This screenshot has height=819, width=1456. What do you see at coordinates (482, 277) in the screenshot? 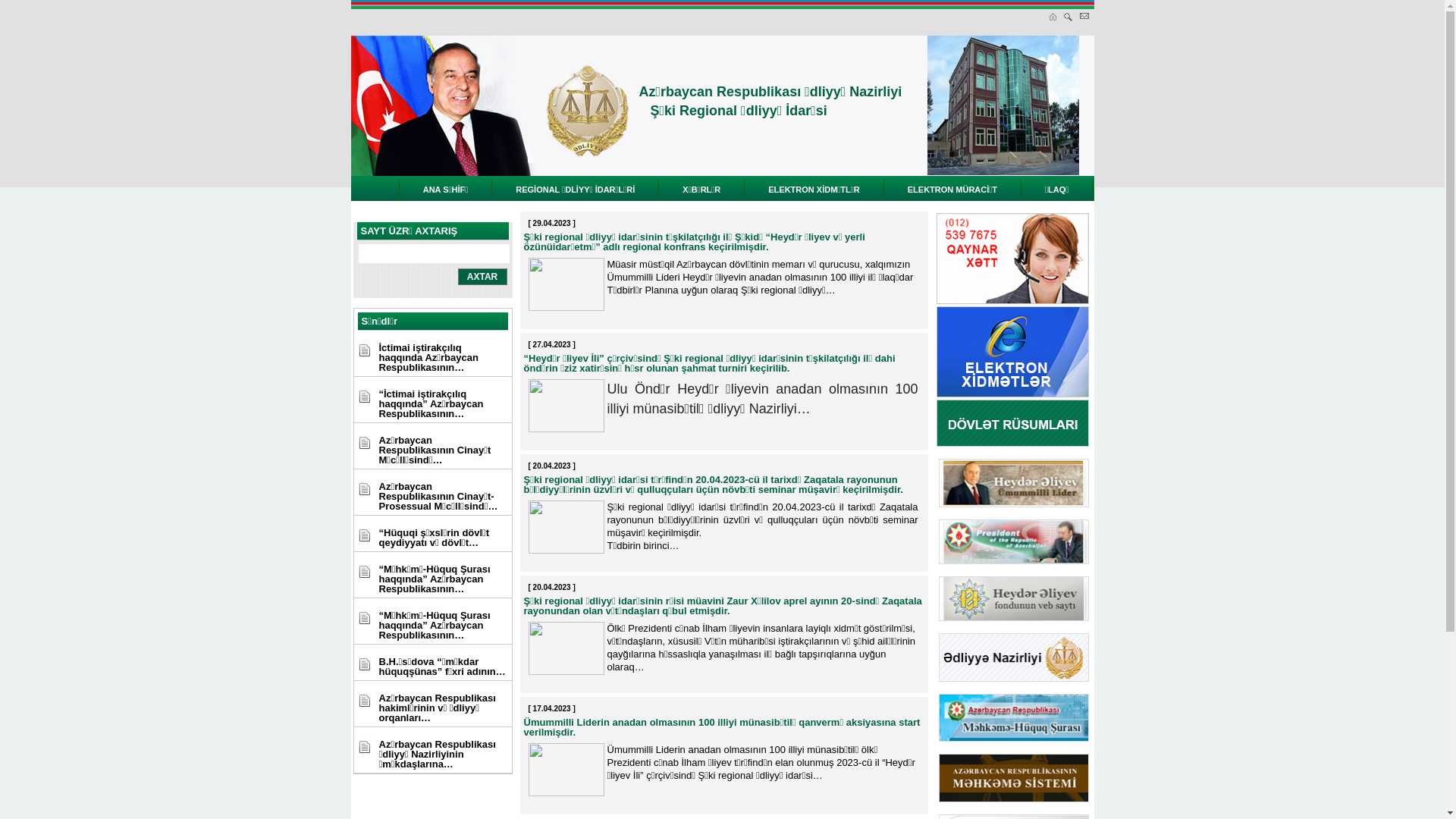
I see `'AXTAR'` at bounding box center [482, 277].